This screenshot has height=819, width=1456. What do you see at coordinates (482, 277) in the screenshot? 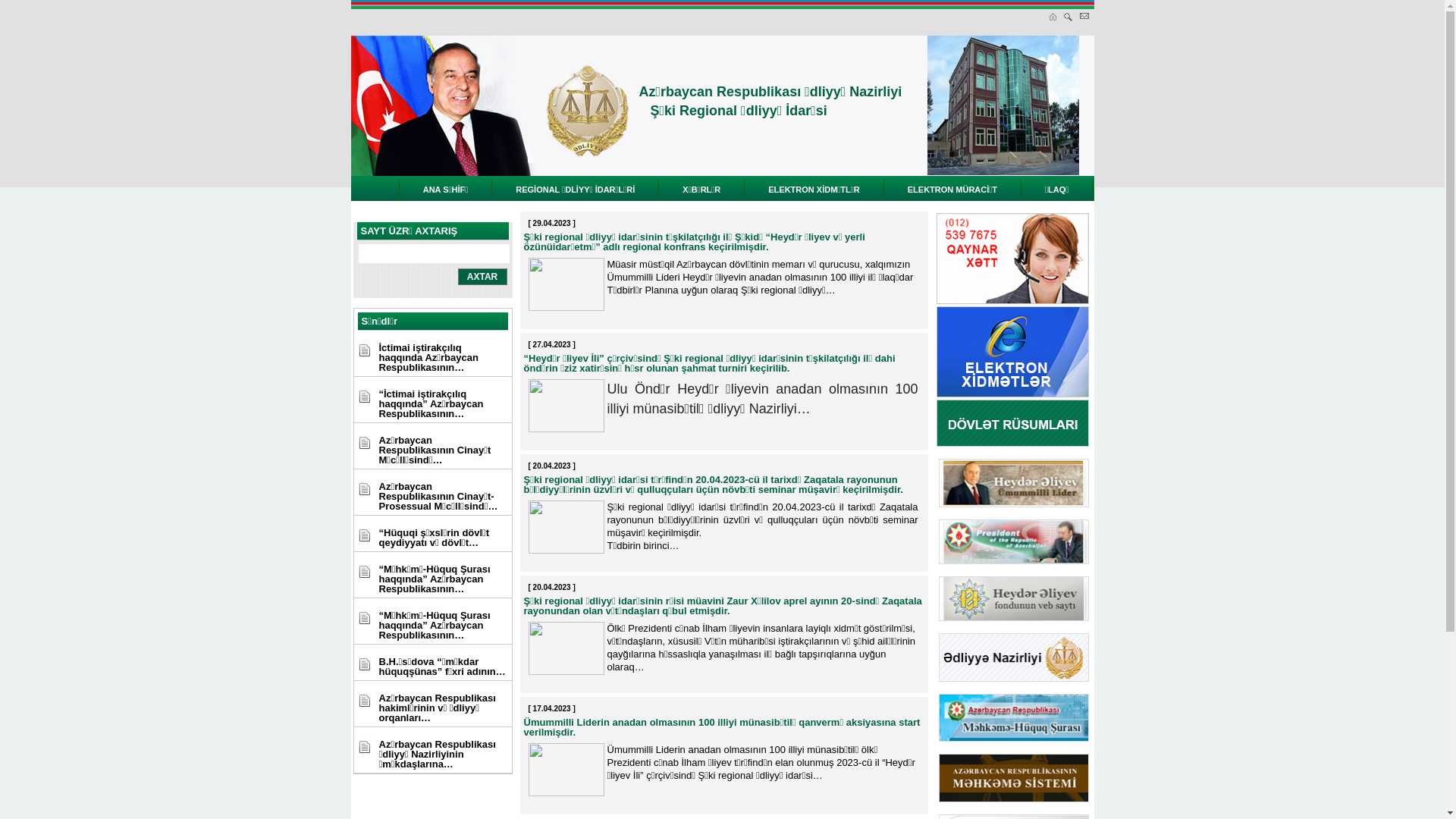
I see `'AXTAR'` at bounding box center [482, 277].